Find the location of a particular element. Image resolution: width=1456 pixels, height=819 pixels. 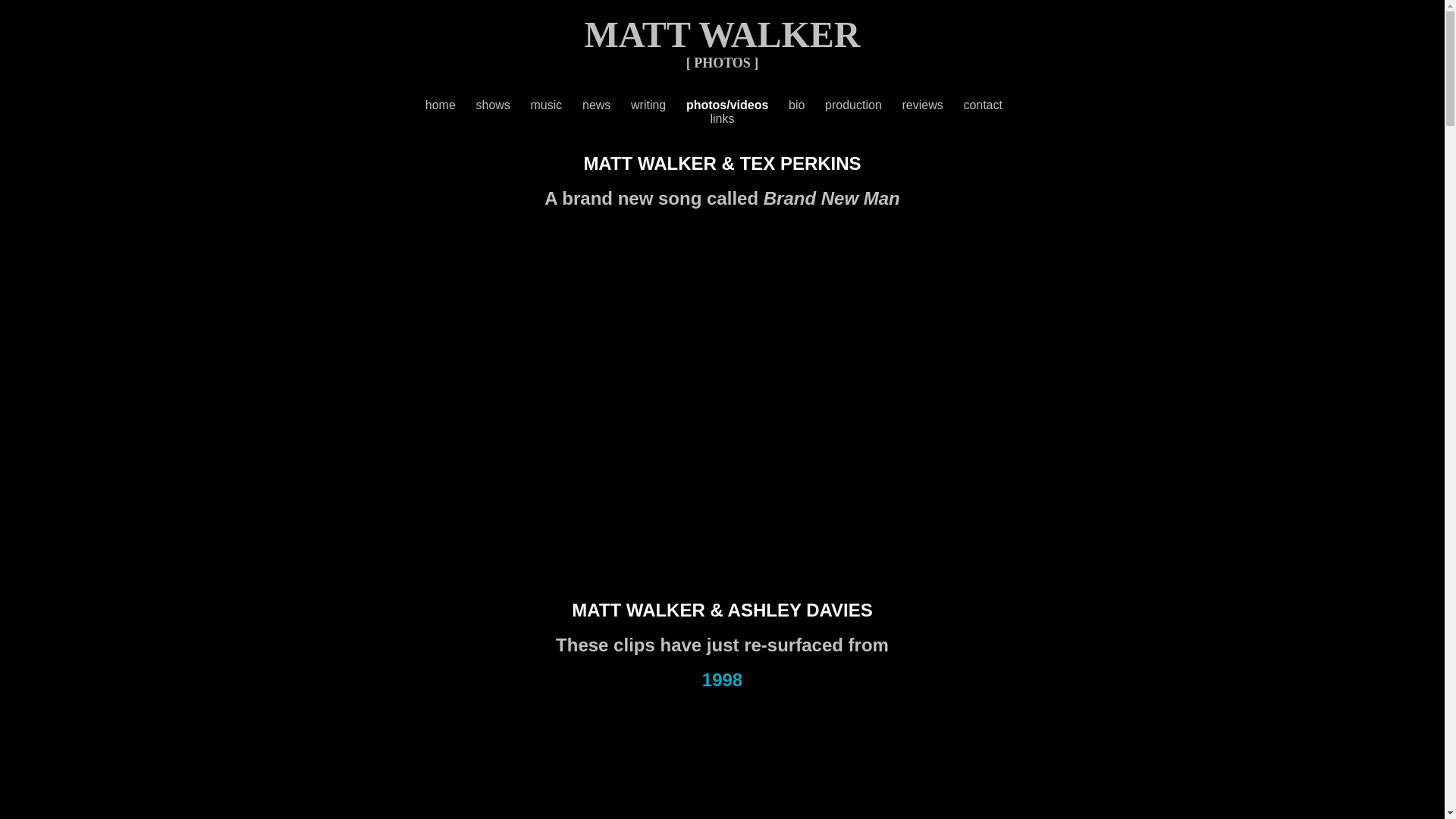

'photos/videos     ' is located at coordinates (686, 104).